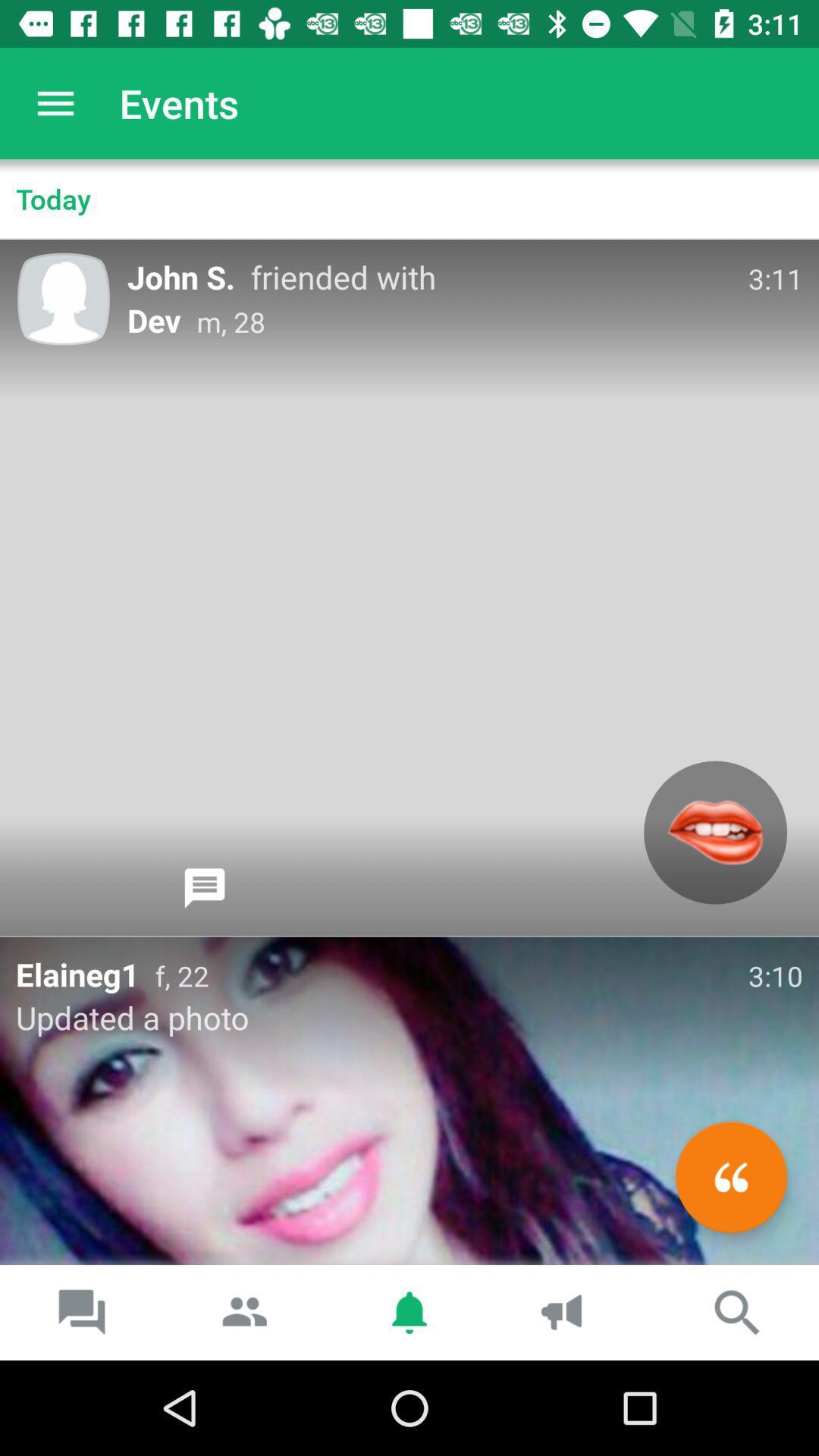 The width and height of the screenshot is (819, 1456). What do you see at coordinates (55, 102) in the screenshot?
I see `app next to events item` at bounding box center [55, 102].